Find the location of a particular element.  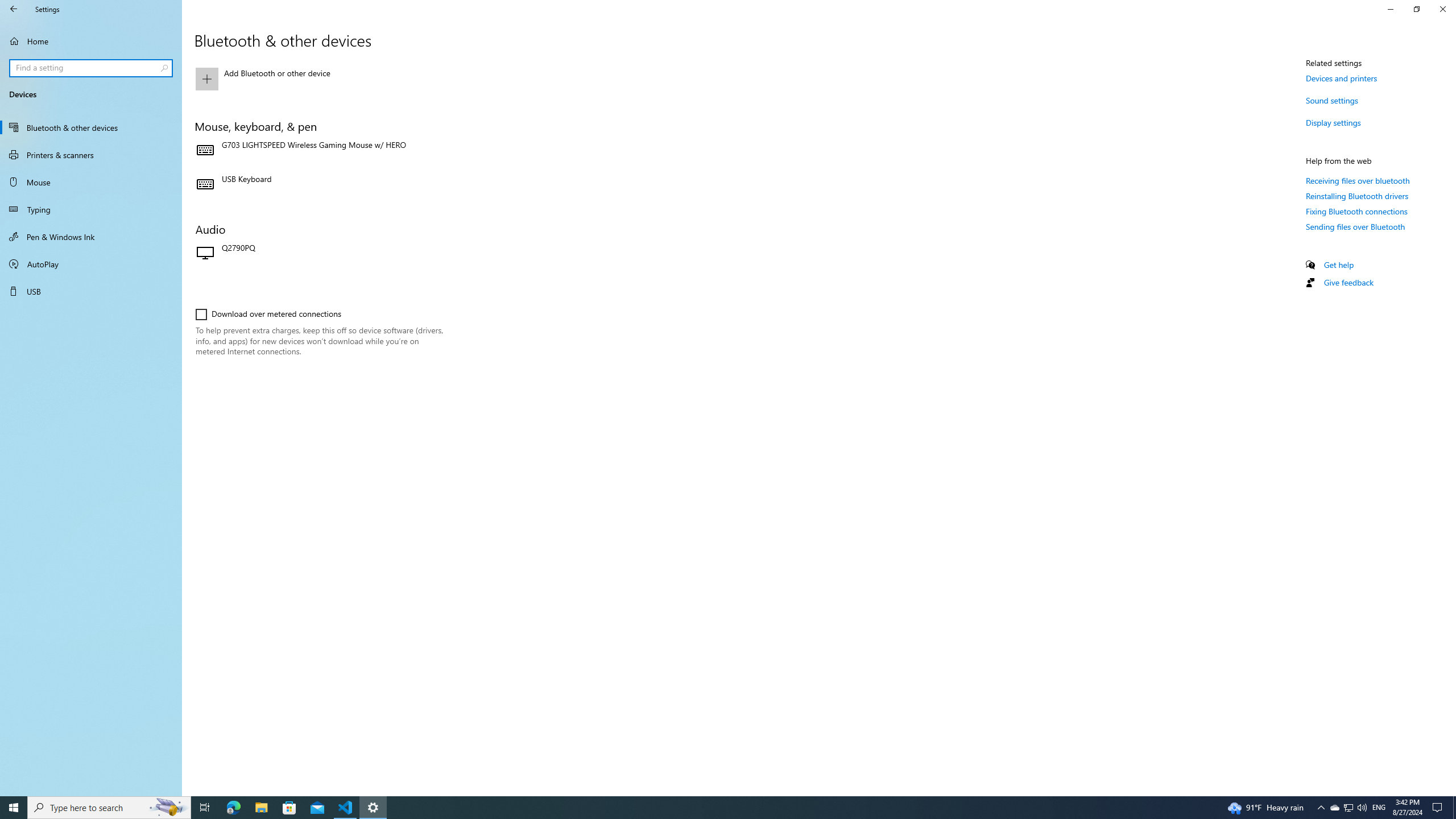

'Mouse' is located at coordinates (90, 181).